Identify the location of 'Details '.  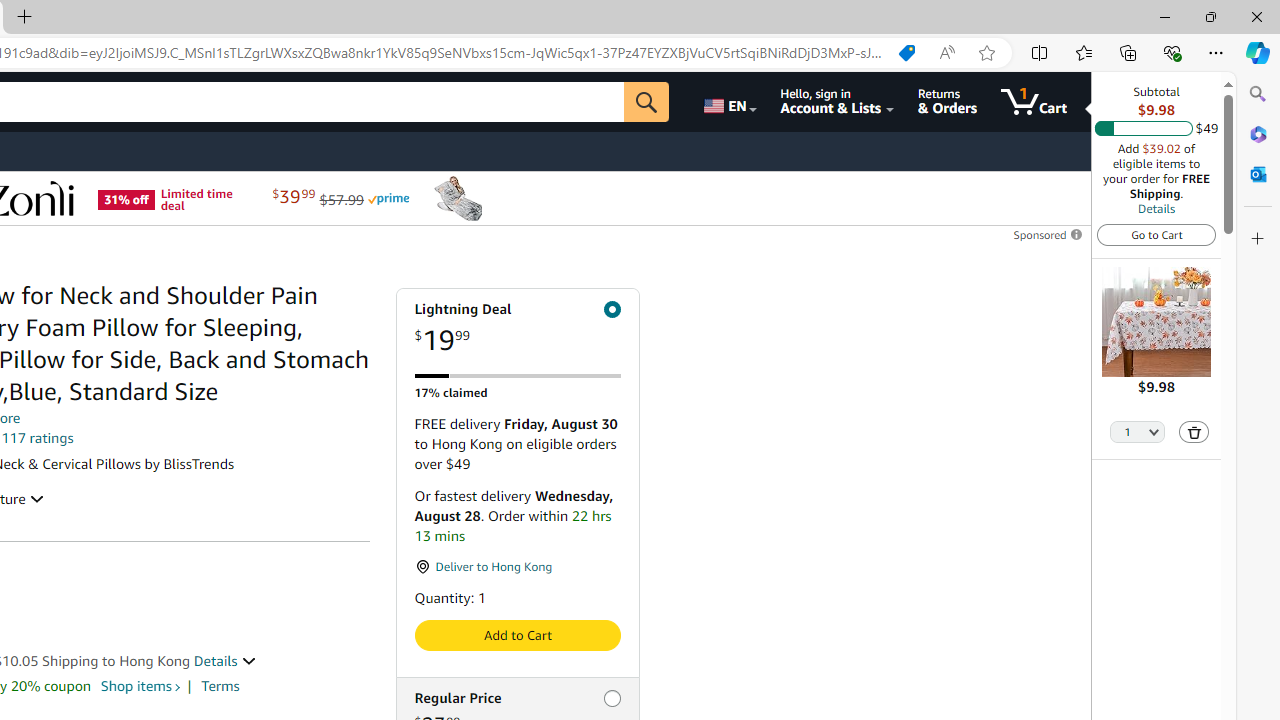
(225, 660).